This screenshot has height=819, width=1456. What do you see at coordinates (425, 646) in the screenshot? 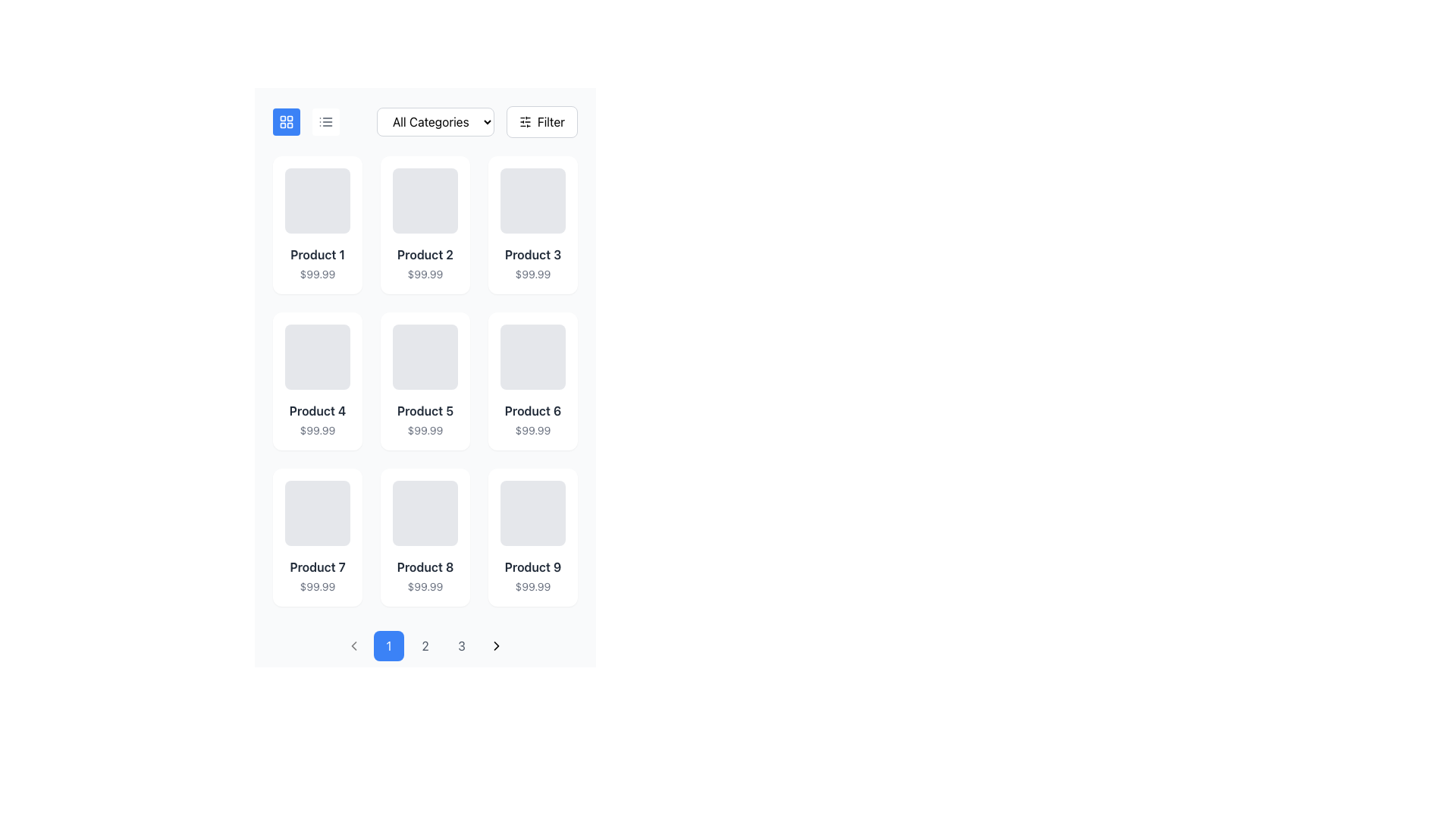
I see `the second button in the pagination control` at bounding box center [425, 646].